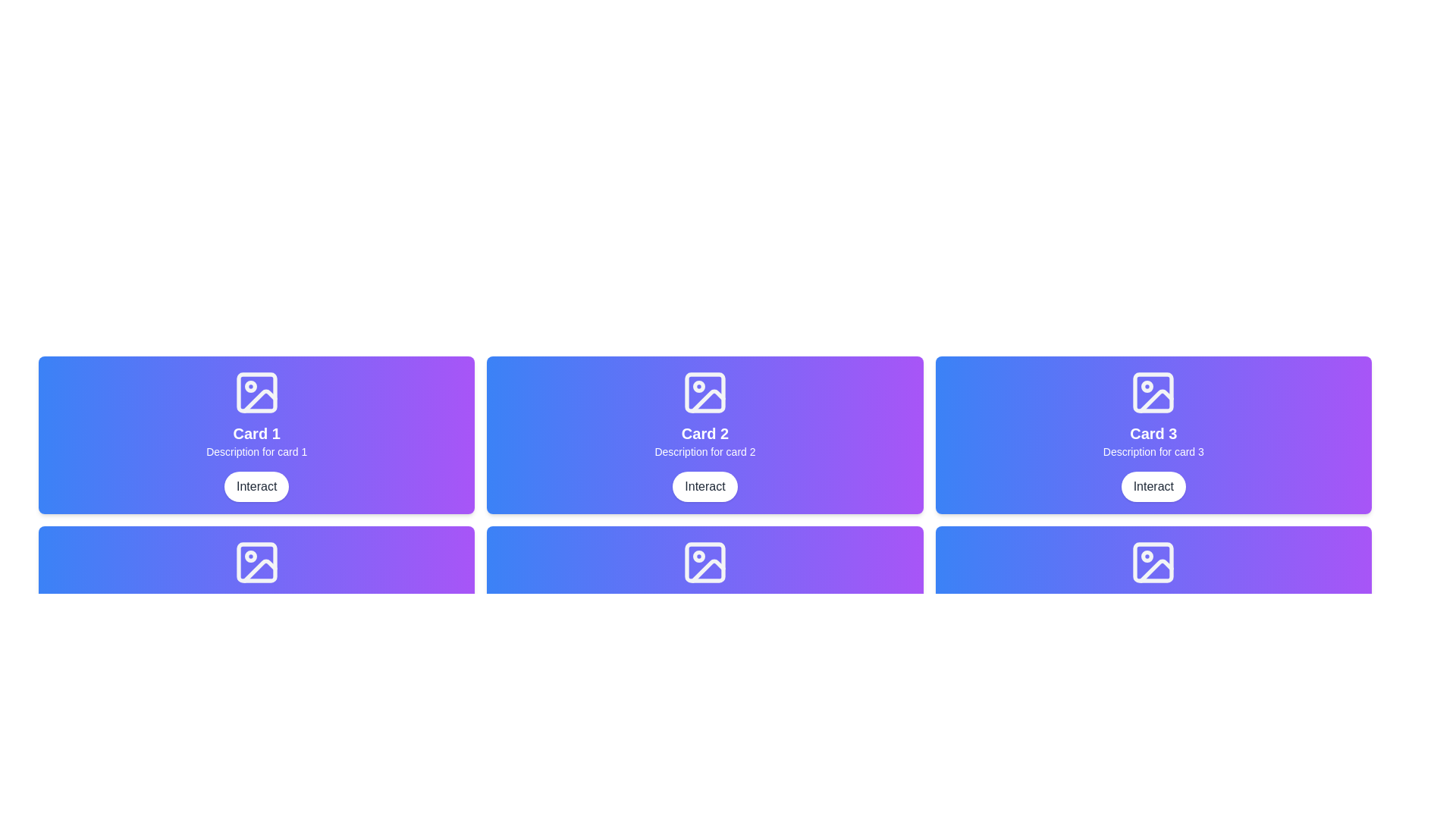 Image resolution: width=1456 pixels, height=819 pixels. Describe the element at coordinates (1153, 451) in the screenshot. I see `the text element displaying 'Description for card 3' which is located within the card labeled 'Card 3'` at that location.